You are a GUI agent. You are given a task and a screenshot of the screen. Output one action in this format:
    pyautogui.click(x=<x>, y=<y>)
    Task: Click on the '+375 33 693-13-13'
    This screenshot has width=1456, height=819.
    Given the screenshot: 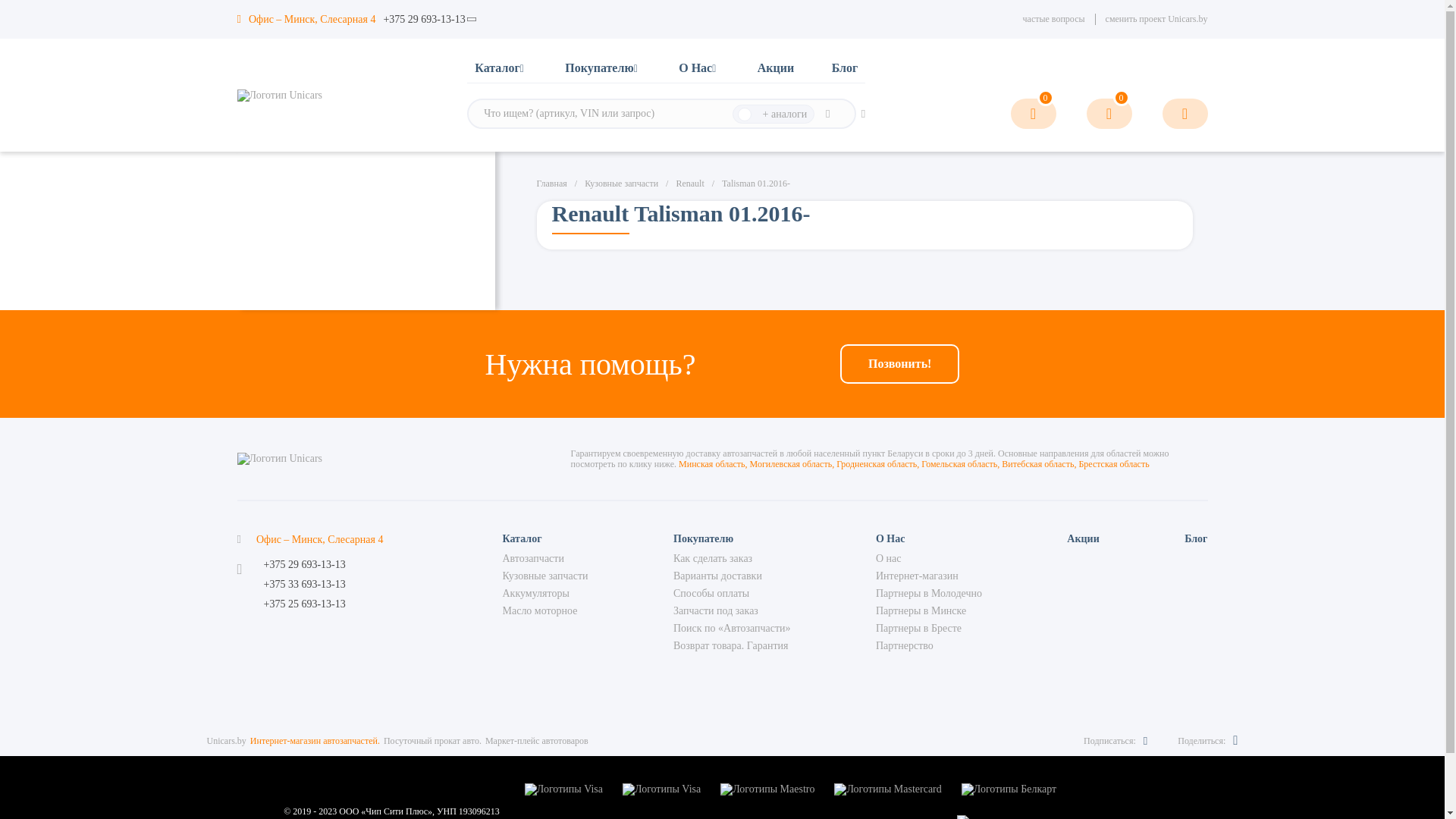 What is the action you would take?
    pyautogui.click(x=263, y=584)
    